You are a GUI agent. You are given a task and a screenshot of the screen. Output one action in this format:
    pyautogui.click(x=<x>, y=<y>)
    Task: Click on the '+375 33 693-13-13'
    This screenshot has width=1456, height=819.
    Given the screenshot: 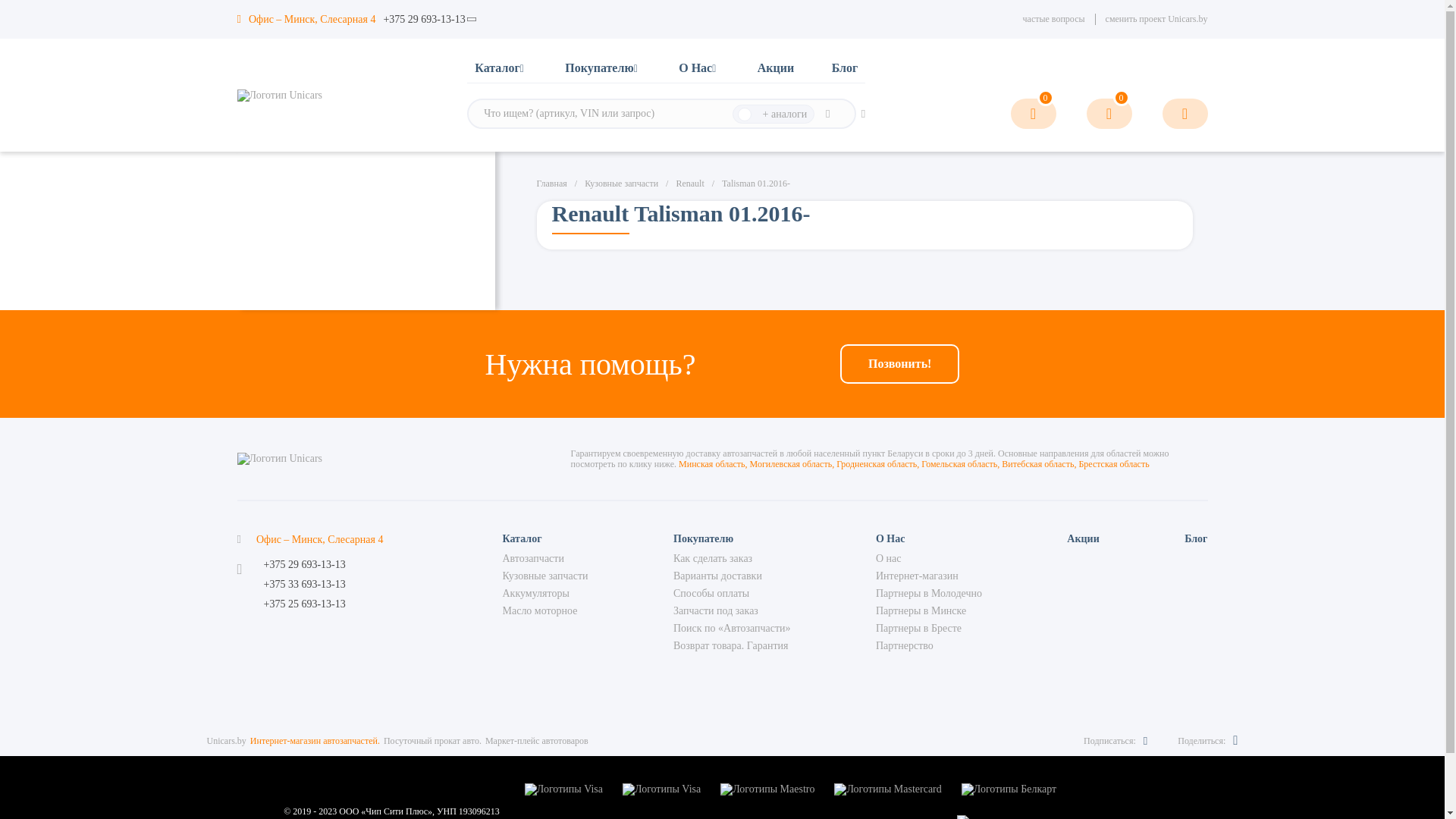 What is the action you would take?
    pyautogui.click(x=263, y=584)
    